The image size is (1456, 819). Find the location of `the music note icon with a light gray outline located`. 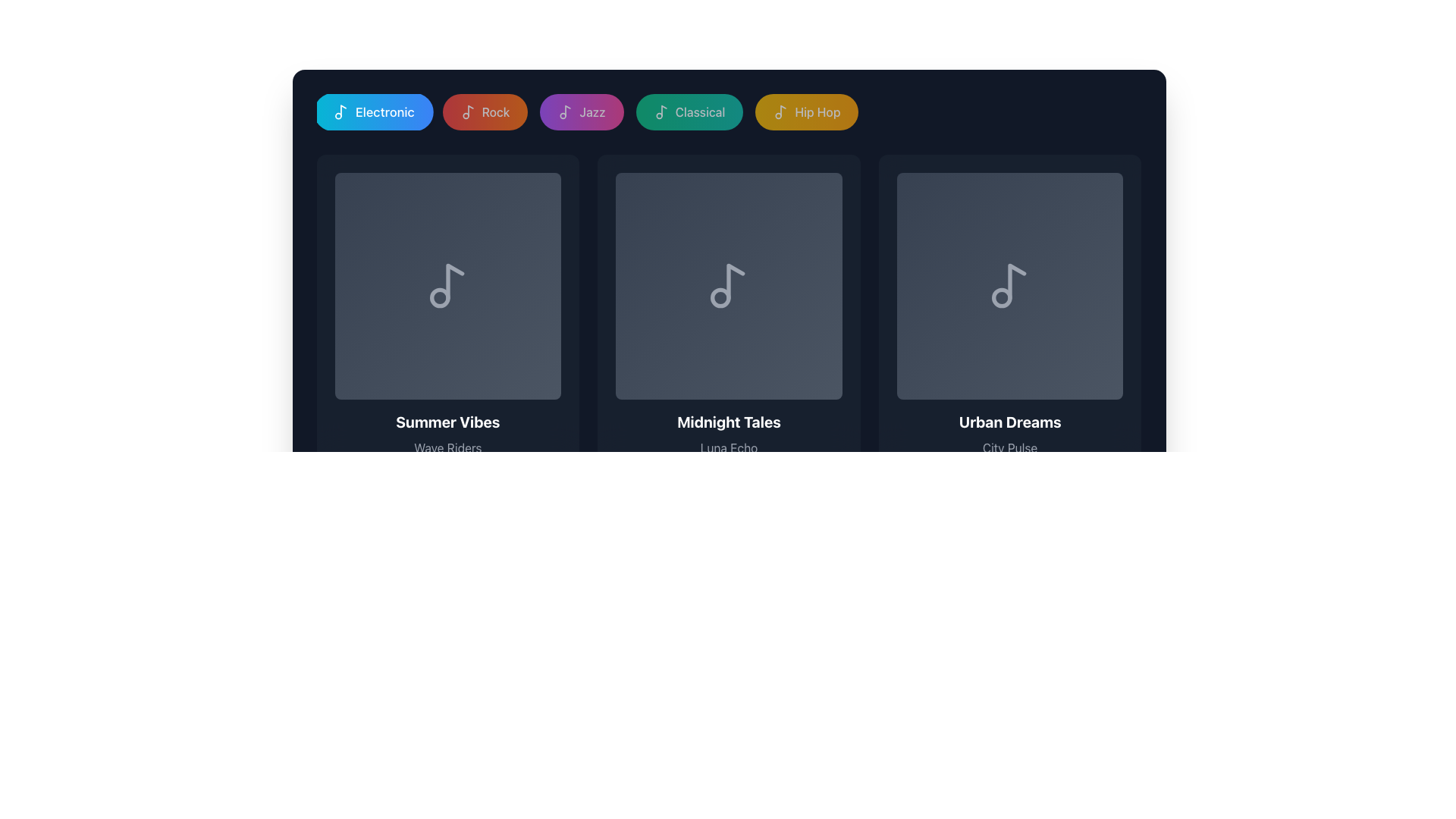

the music note icon with a light gray outline located is located at coordinates (729, 286).